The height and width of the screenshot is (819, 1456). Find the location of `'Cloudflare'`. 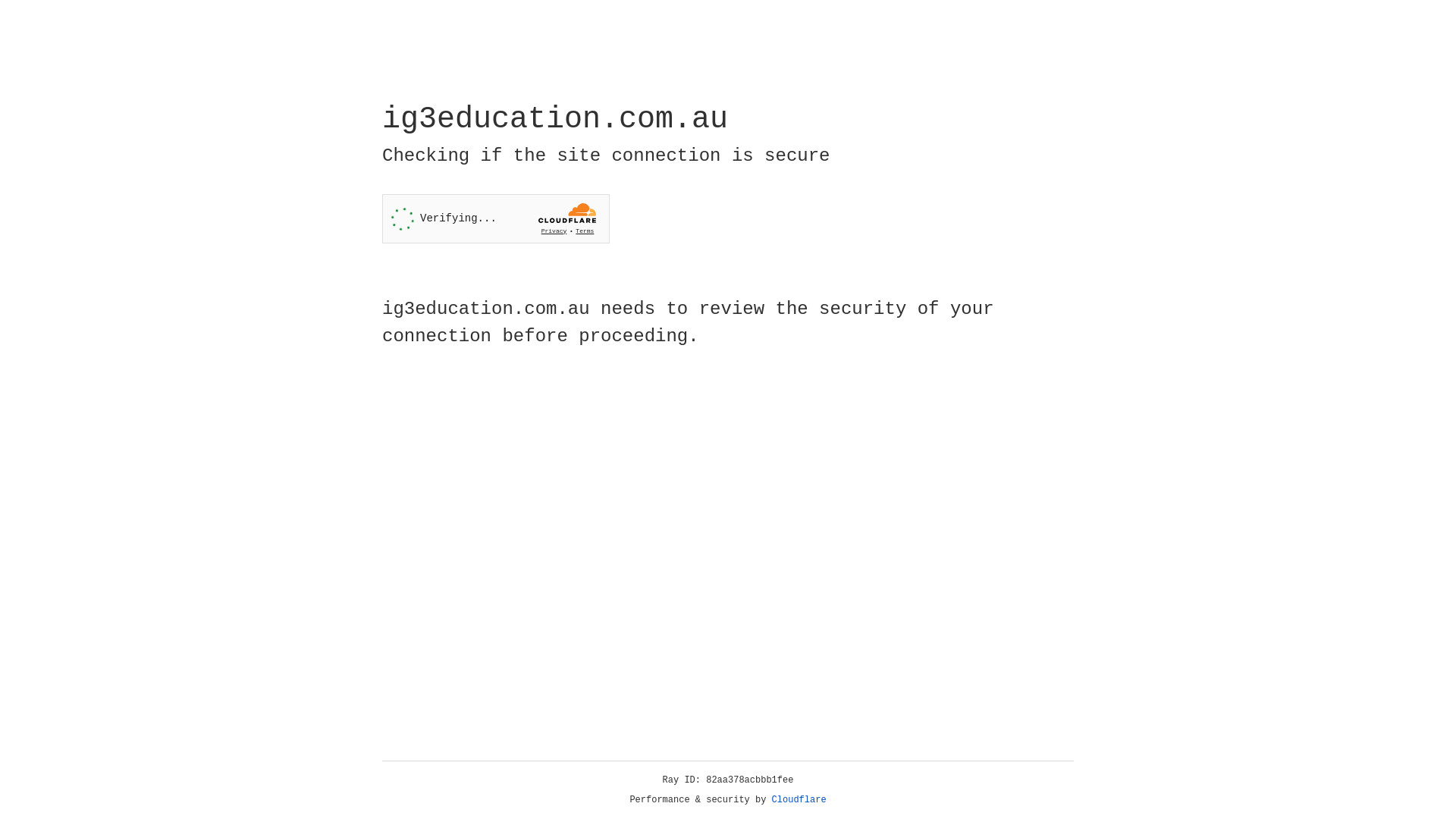

'Cloudflare' is located at coordinates (771, 799).